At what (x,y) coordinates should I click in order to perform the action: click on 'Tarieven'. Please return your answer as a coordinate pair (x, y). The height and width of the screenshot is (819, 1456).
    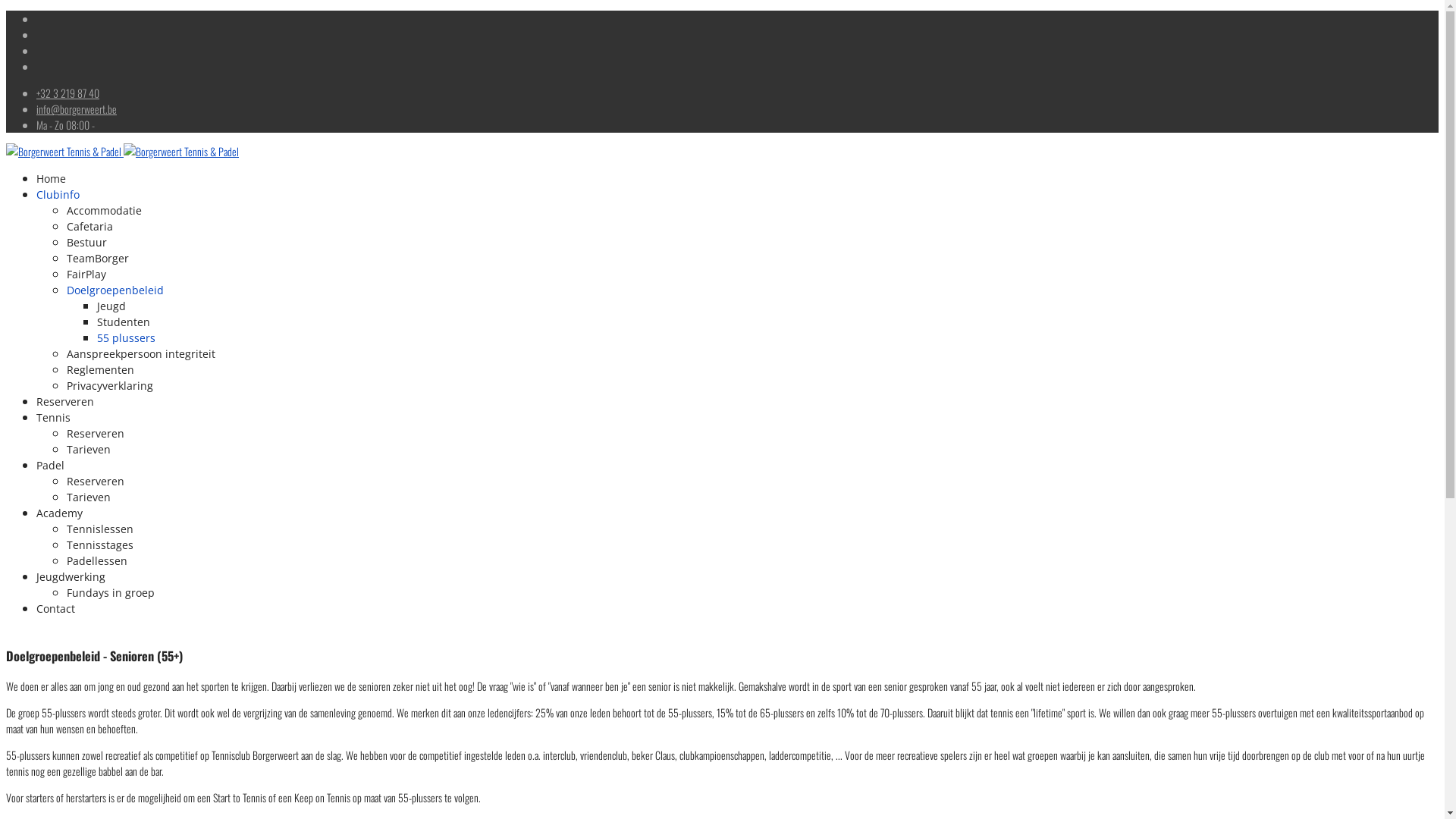
    Looking at the image, I should click on (87, 448).